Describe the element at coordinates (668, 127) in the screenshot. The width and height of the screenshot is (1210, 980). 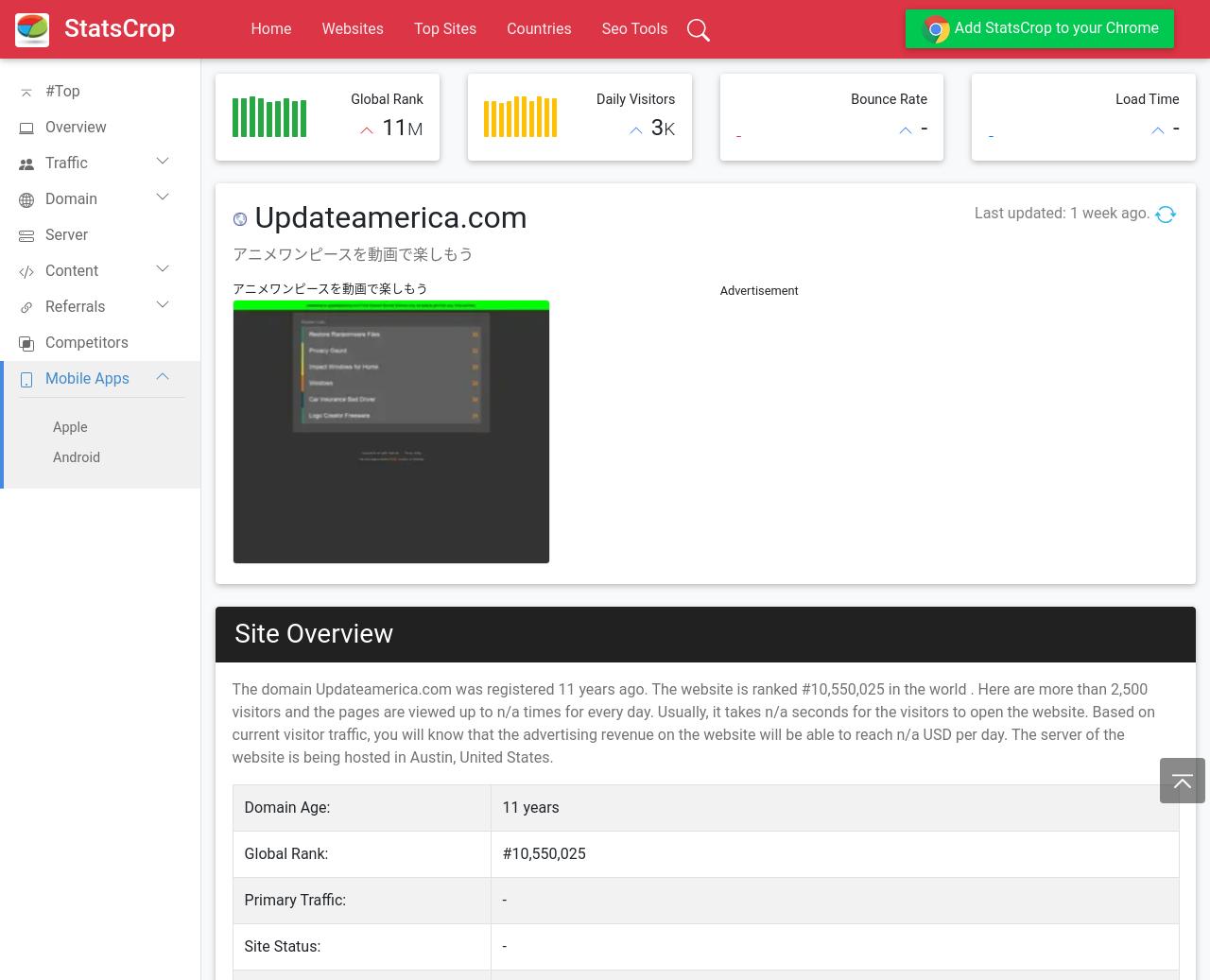
I see `'K'` at that location.